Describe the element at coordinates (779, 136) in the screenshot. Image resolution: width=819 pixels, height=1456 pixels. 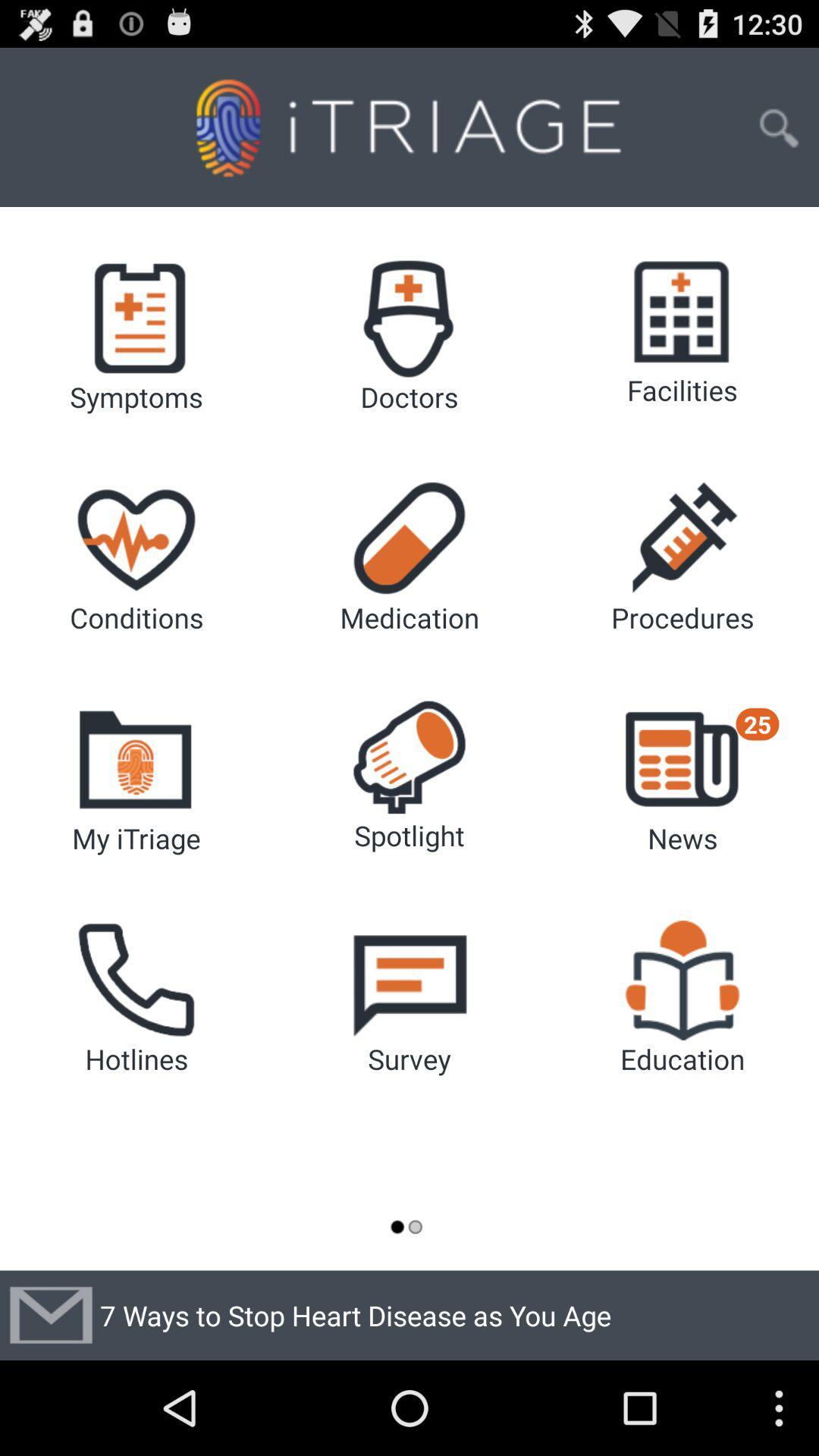
I see `the search icon` at that location.